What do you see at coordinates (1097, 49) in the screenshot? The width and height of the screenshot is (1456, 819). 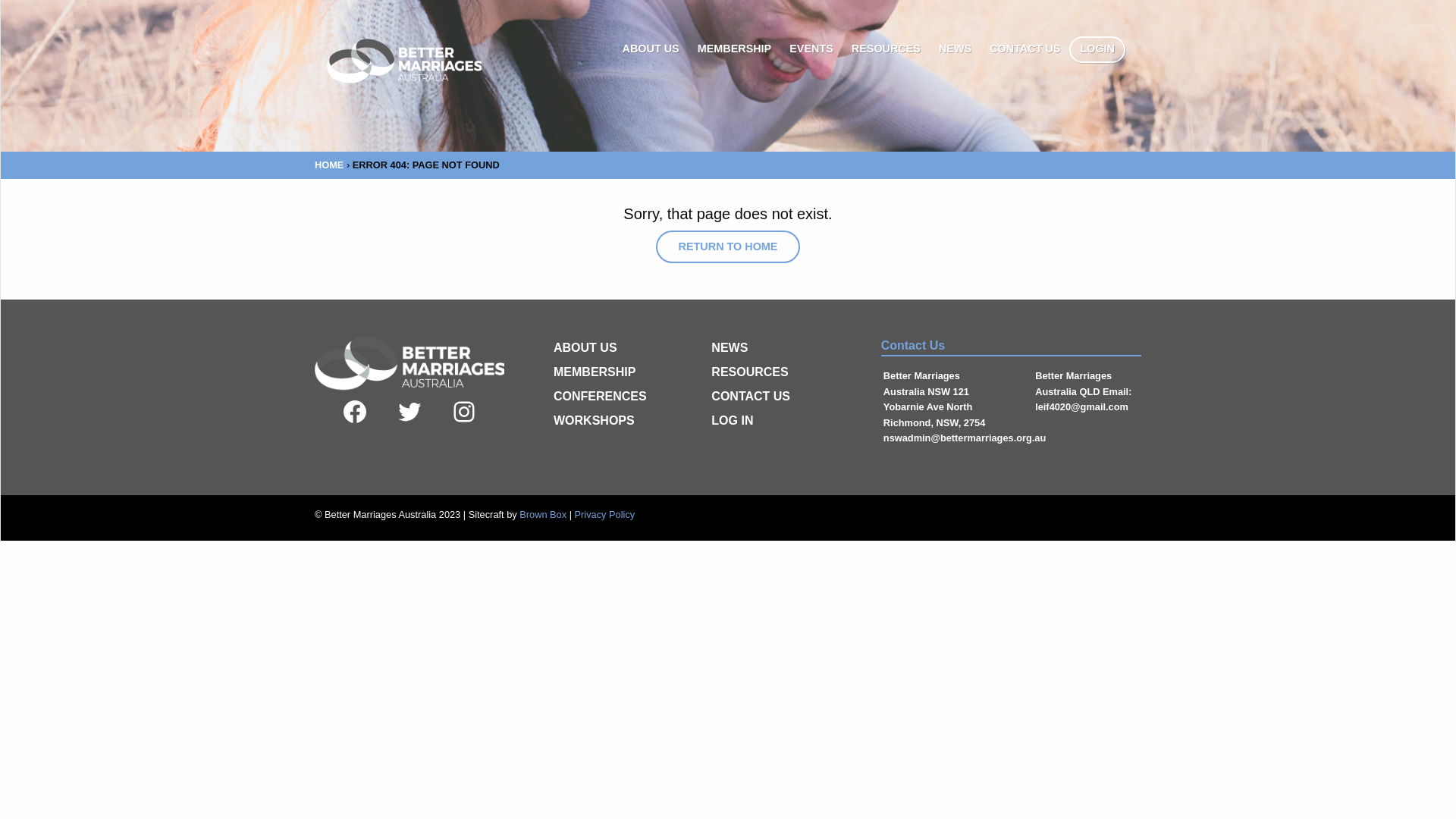 I see `'LOGIN'` at bounding box center [1097, 49].